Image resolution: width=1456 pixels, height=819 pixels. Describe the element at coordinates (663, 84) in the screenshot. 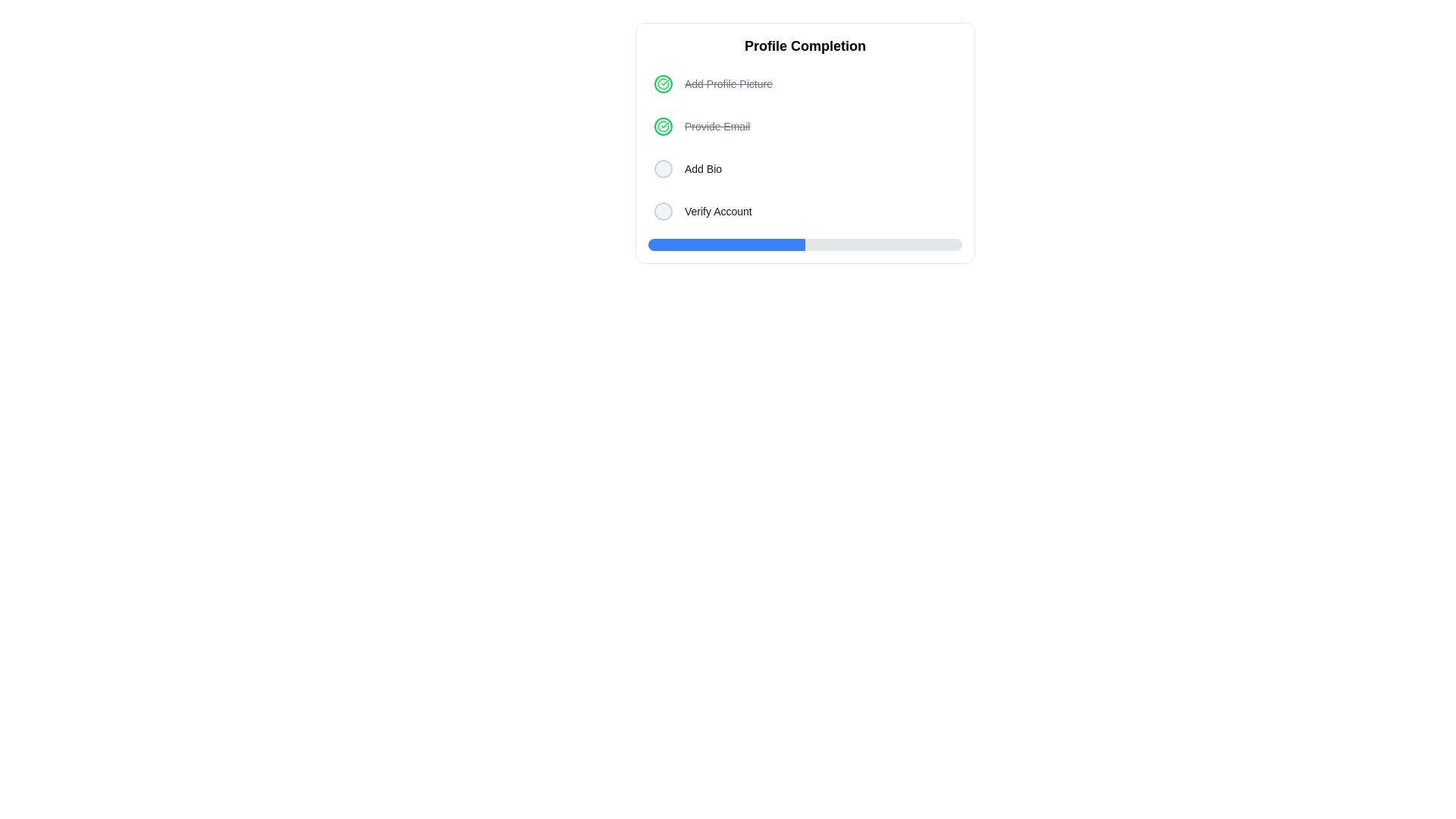

I see `the green circular graphical component within the SVG icon in the profile completion section, located to the left of the 'Provide Email' line` at that location.